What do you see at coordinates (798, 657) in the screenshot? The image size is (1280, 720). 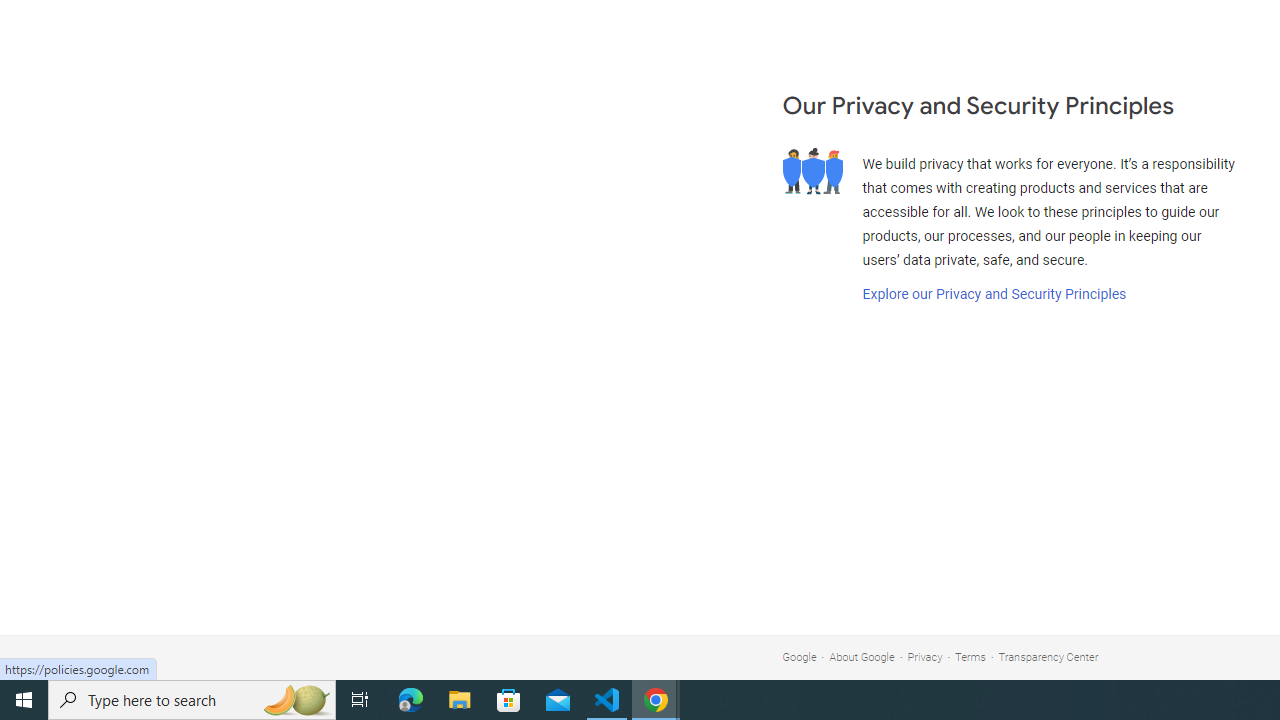 I see `'Google'` at bounding box center [798, 657].